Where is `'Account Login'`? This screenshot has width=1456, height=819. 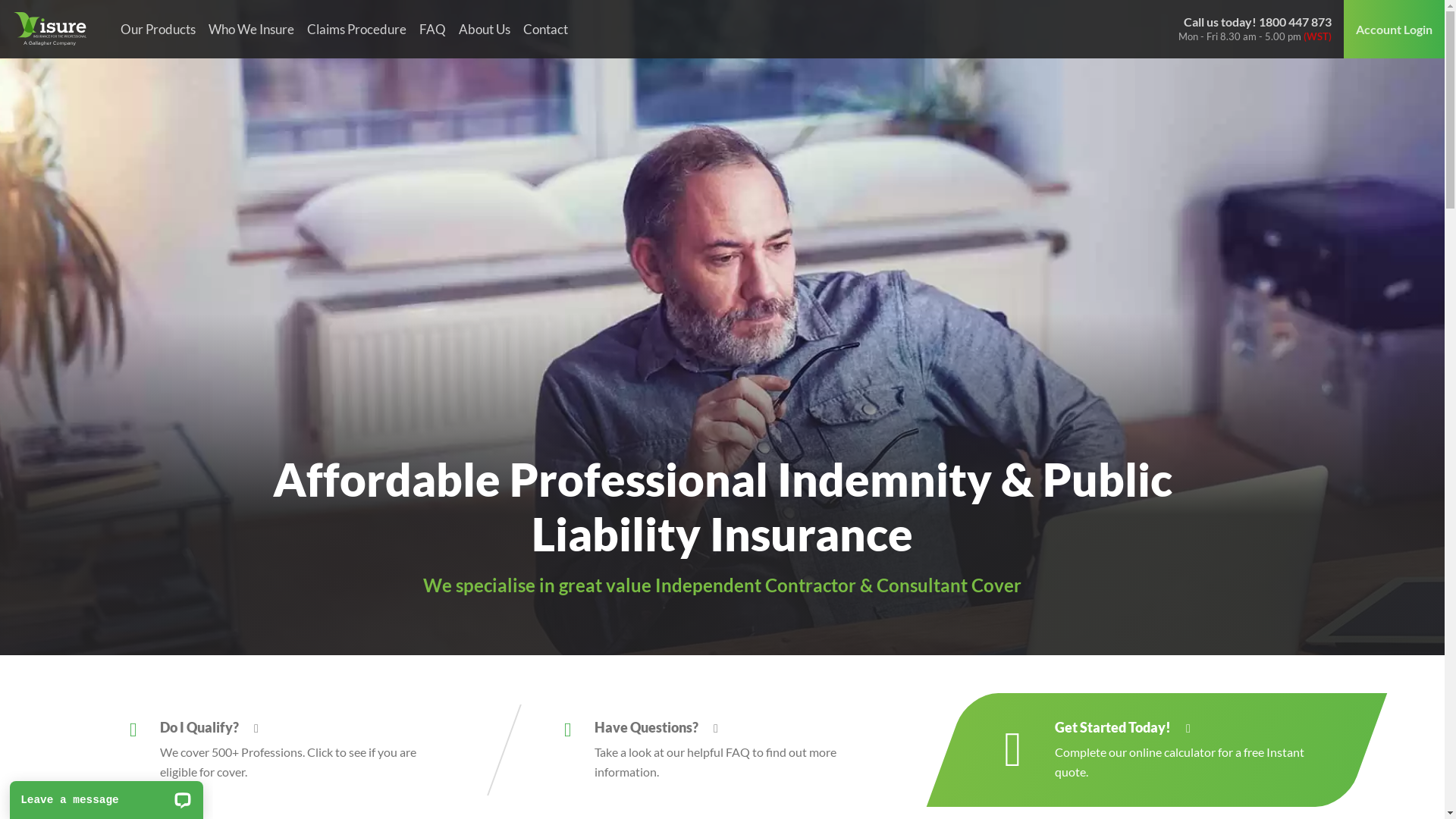 'Account Login' is located at coordinates (1394, 29).